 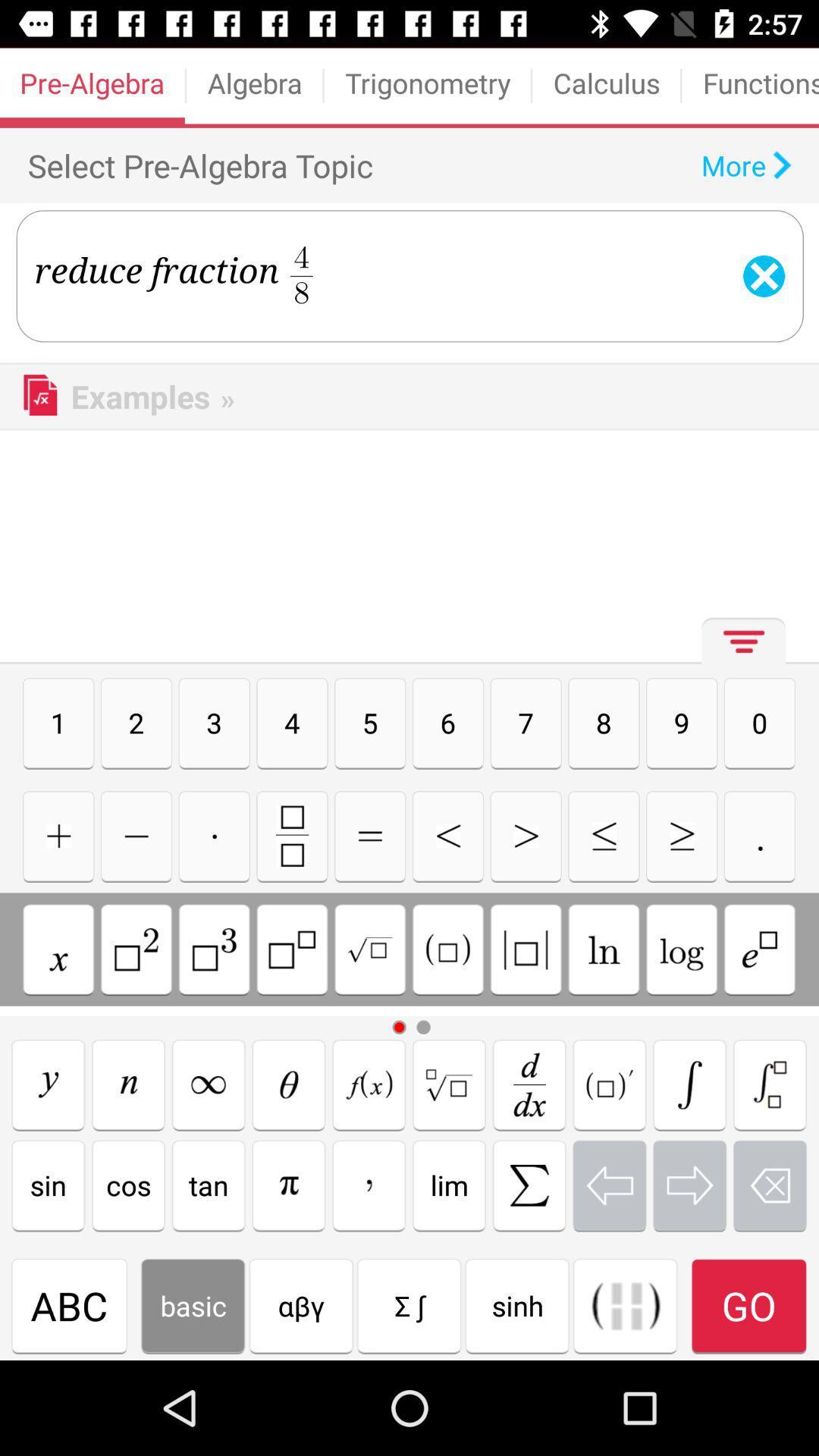 What do you see at coordinates (760, 949) in the screenshot?
I see `this button` at bounding box center [760, 949].